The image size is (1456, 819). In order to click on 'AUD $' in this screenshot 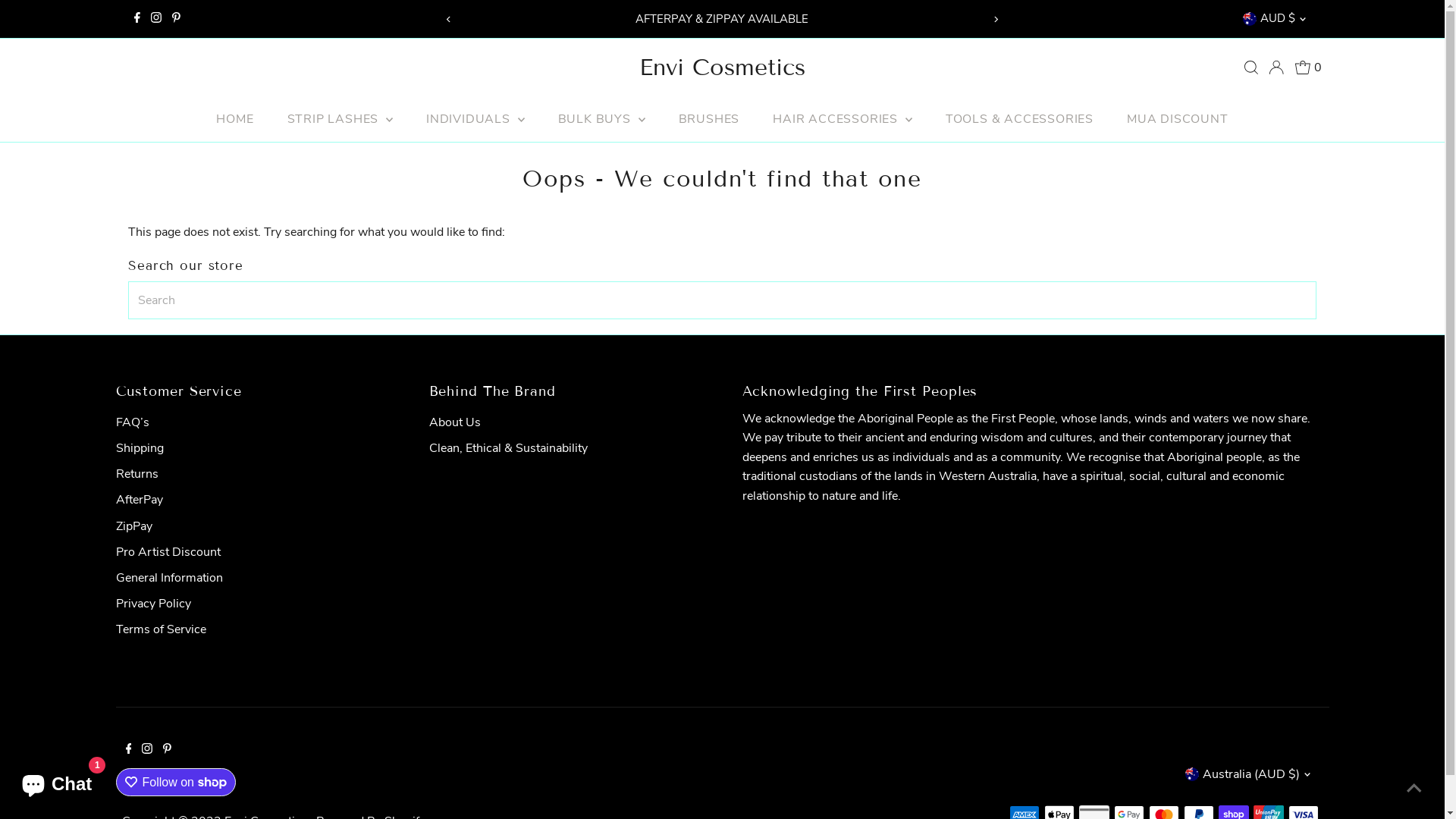, I will do `click(1276, 18)`.